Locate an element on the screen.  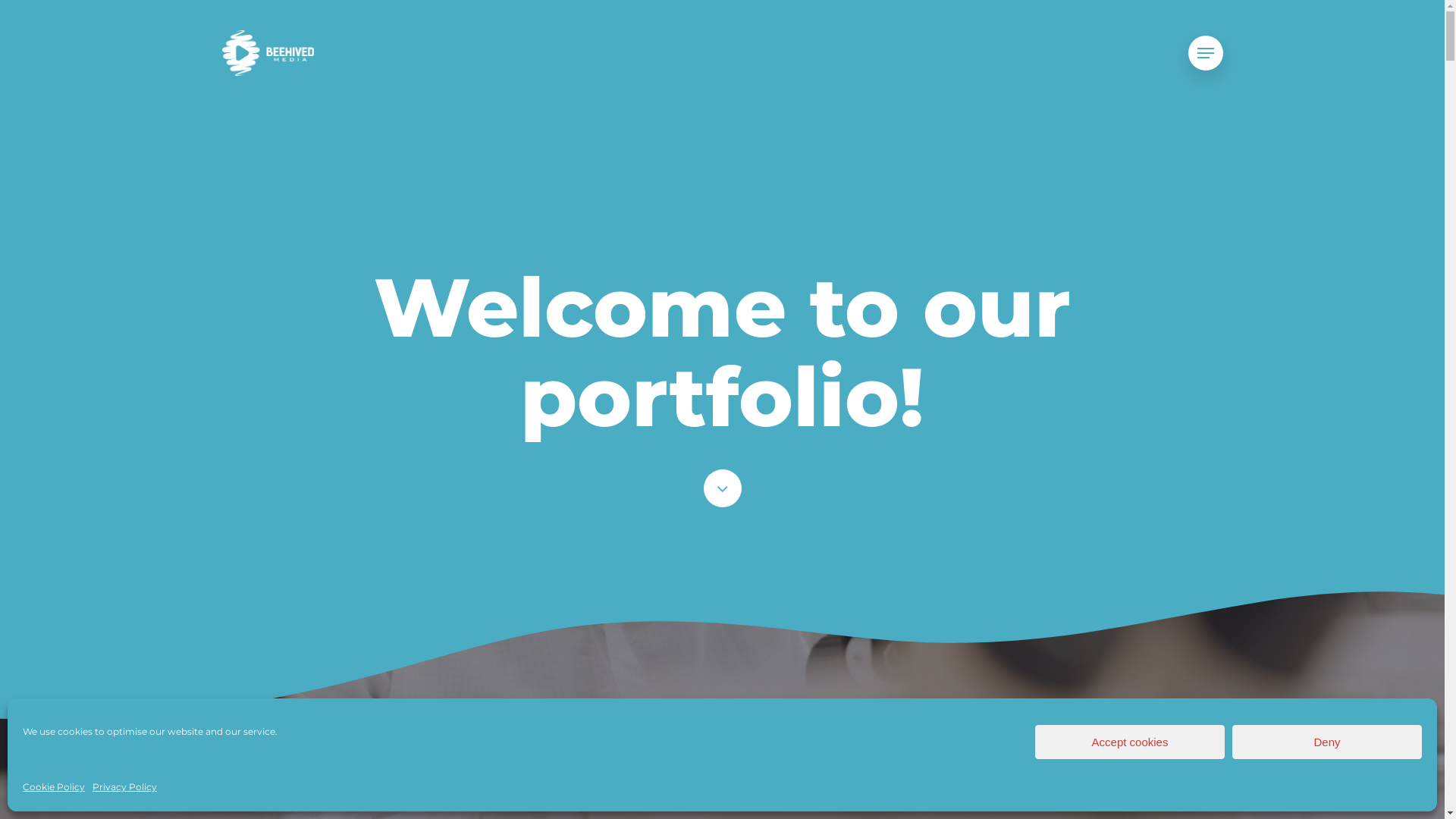
'Deny' is located at coordinates (1326, 741).